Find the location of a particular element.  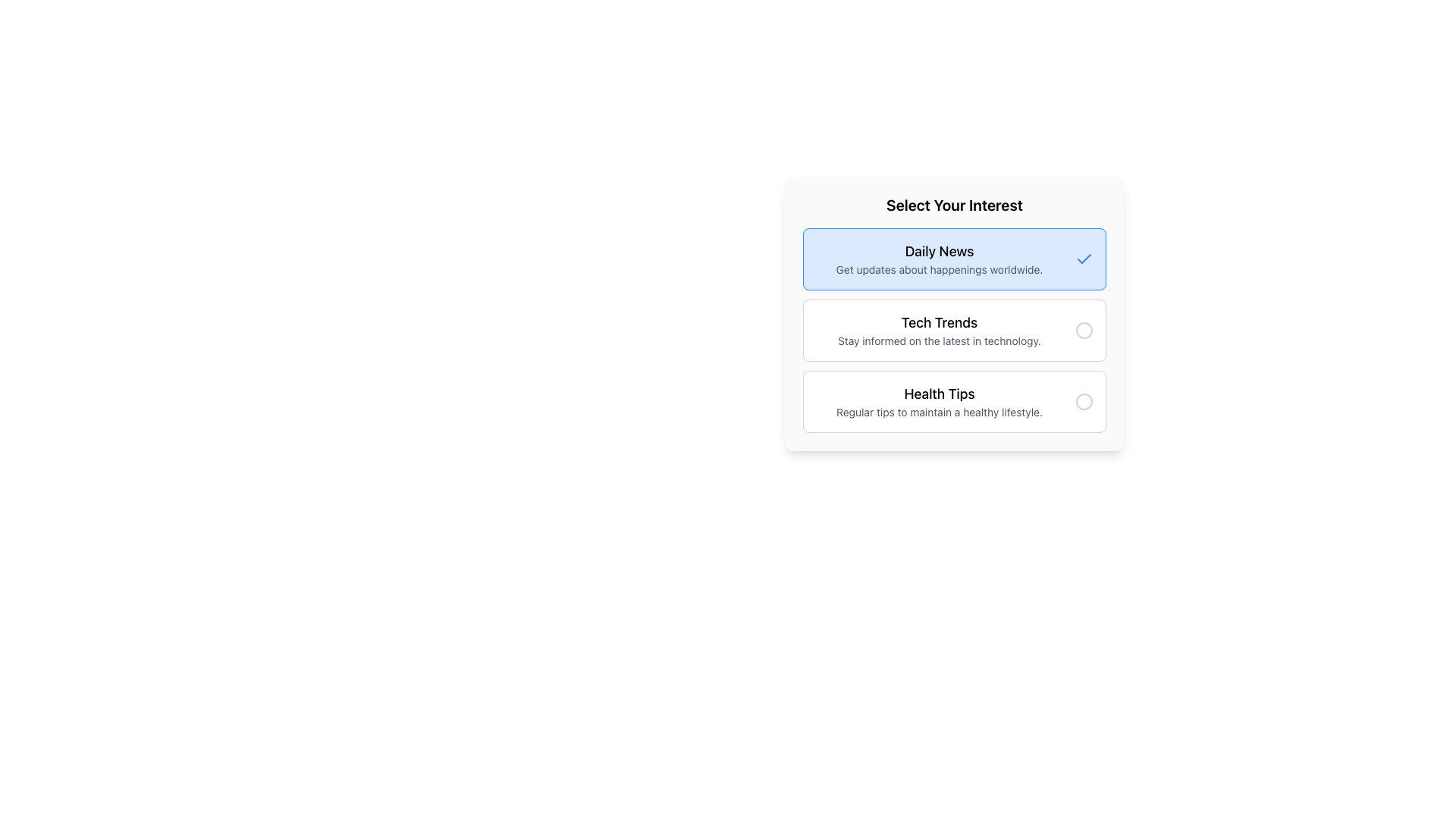

the first list item titled 'Select Your Interest' is located at coordinates (938, 259).